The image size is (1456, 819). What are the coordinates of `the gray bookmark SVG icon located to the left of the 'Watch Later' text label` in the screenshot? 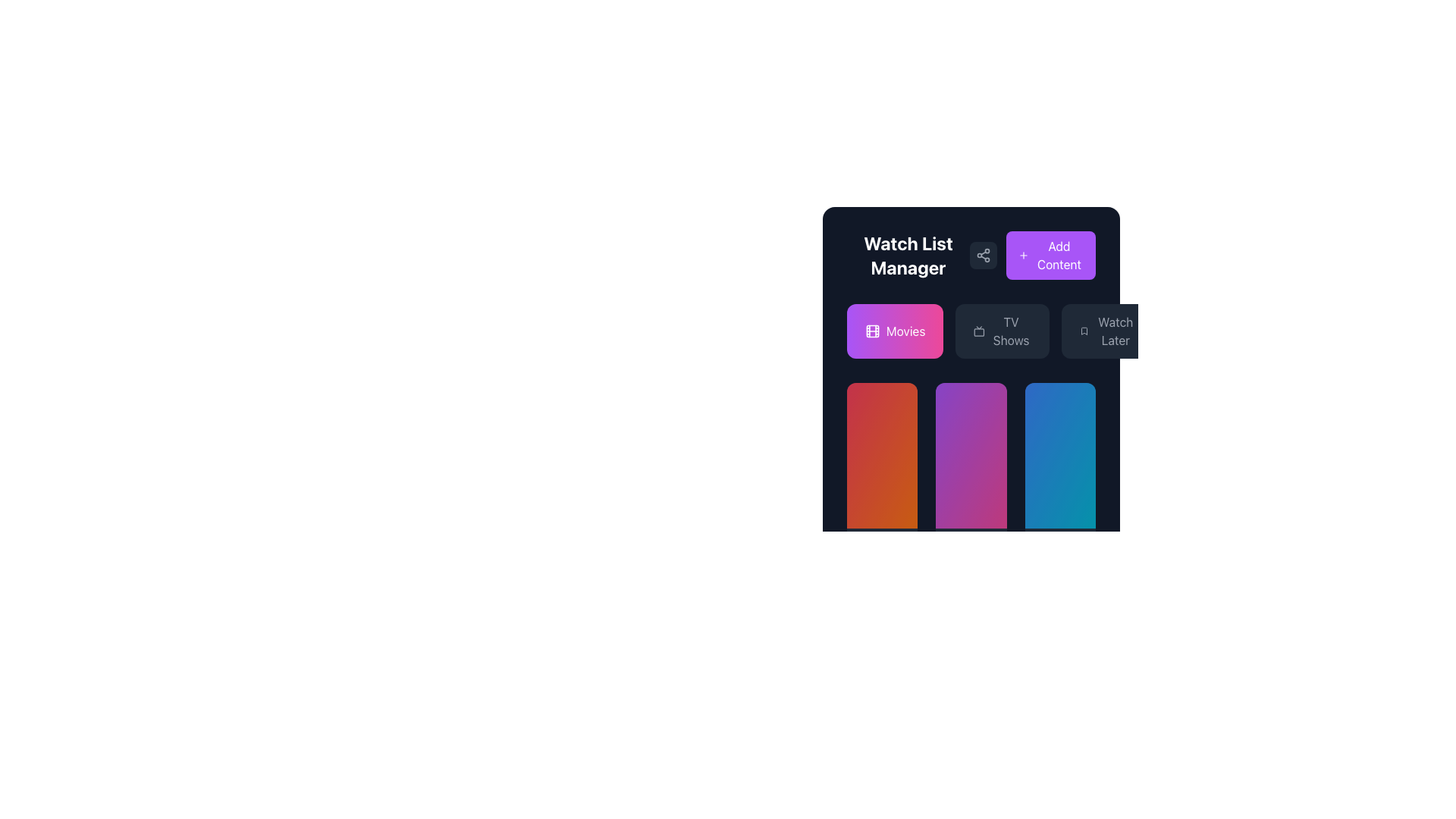 It's located at (1084, 330).